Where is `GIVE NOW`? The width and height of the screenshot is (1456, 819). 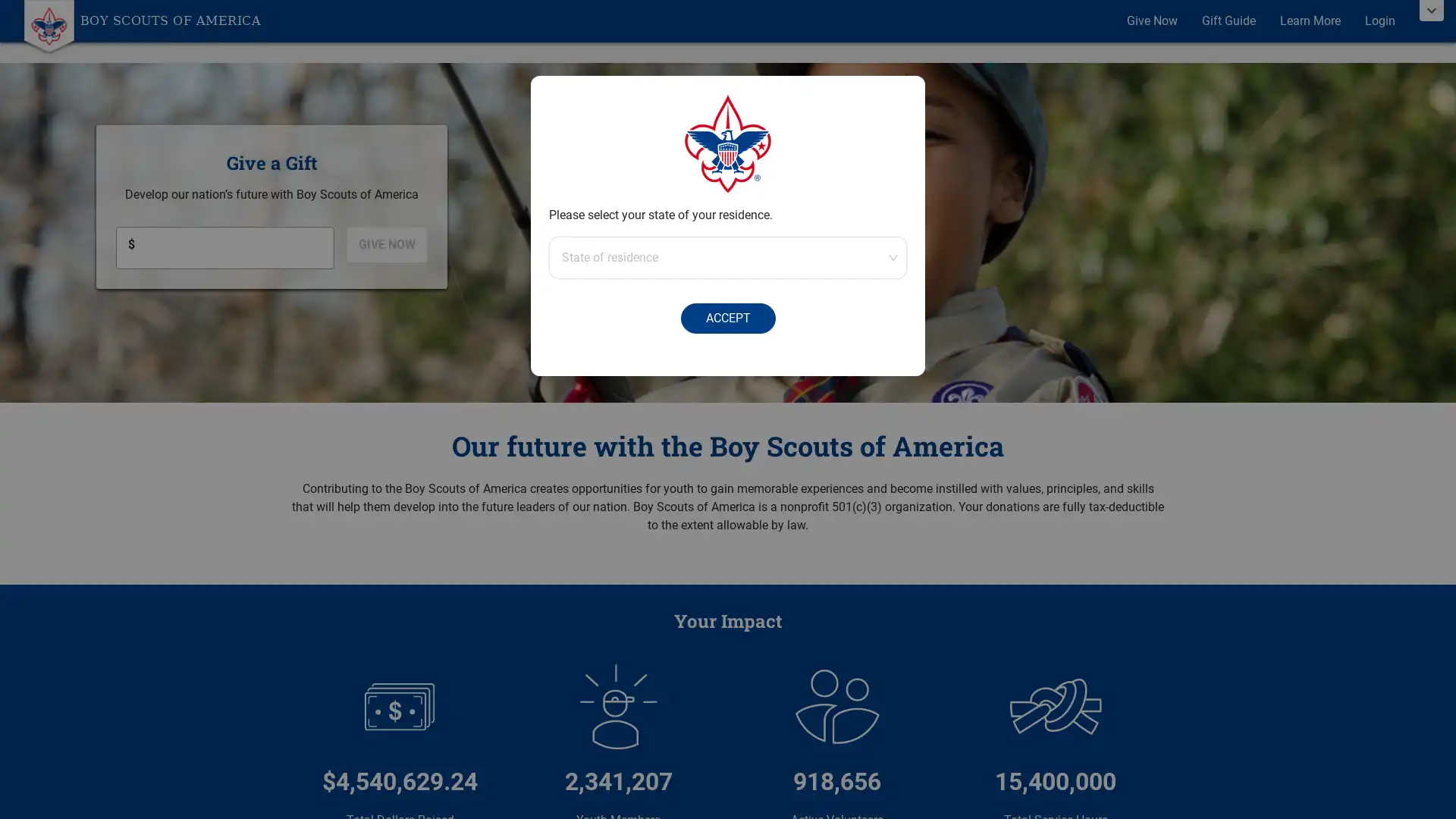
GIVE NOW is located at coordinates (387, 244).